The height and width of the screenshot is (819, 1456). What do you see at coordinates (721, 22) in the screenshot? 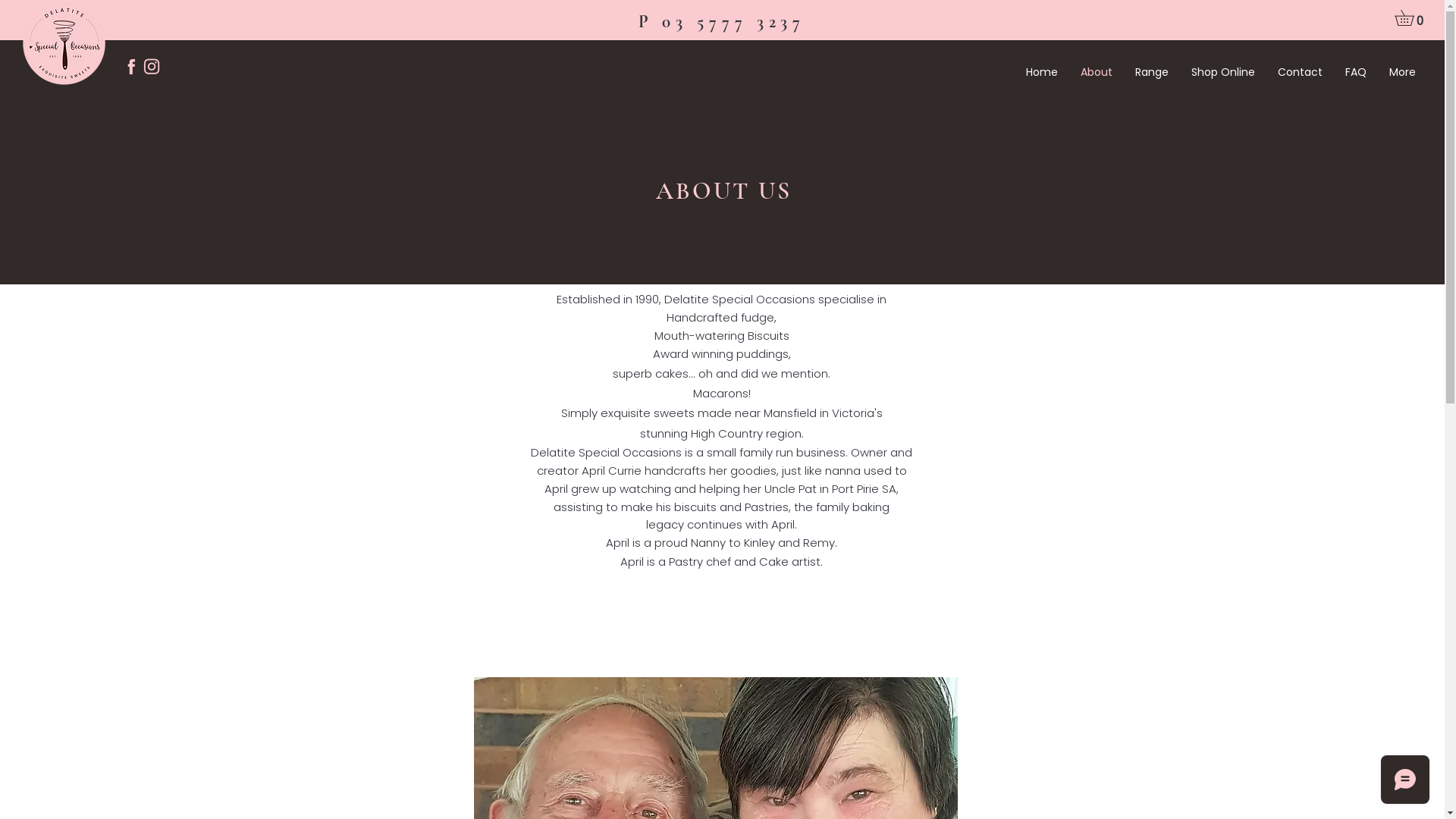
I see `'P 03 5777 3237'` at bounding box center [721, 22].